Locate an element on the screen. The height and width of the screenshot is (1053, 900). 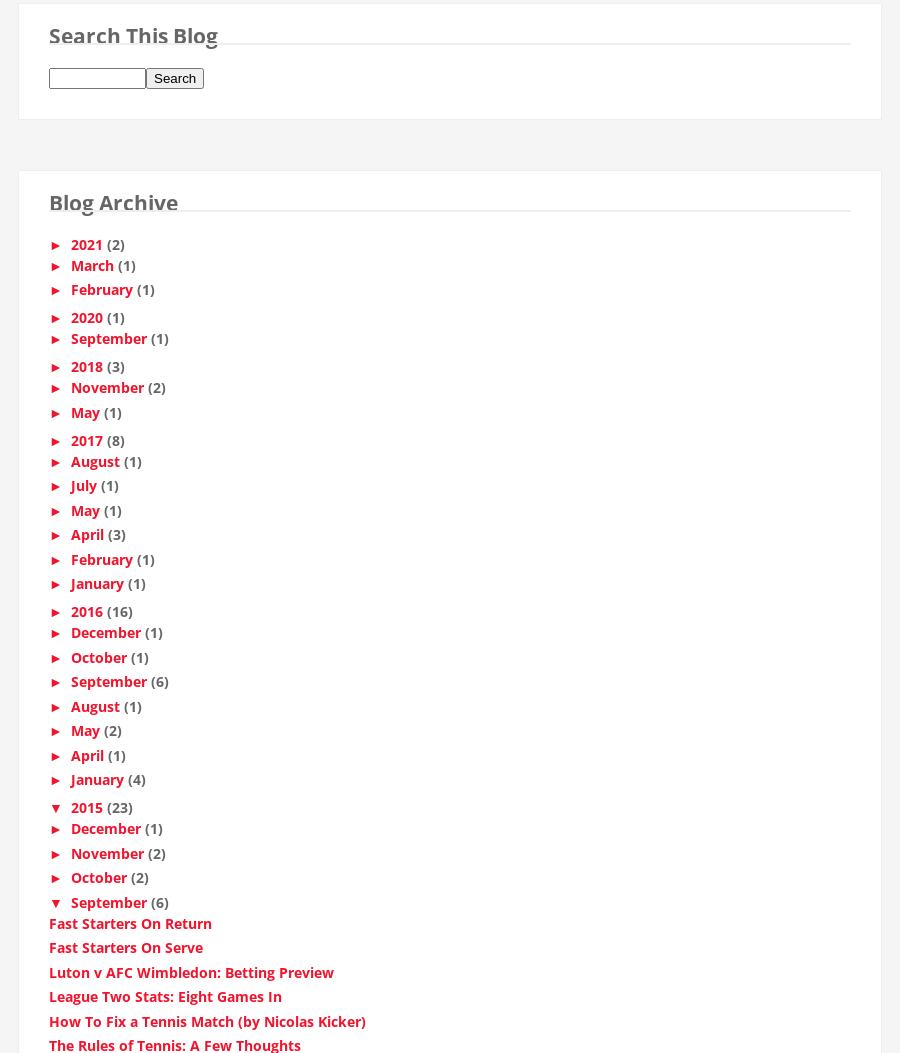
'March' is located at coordinates (92, 271).